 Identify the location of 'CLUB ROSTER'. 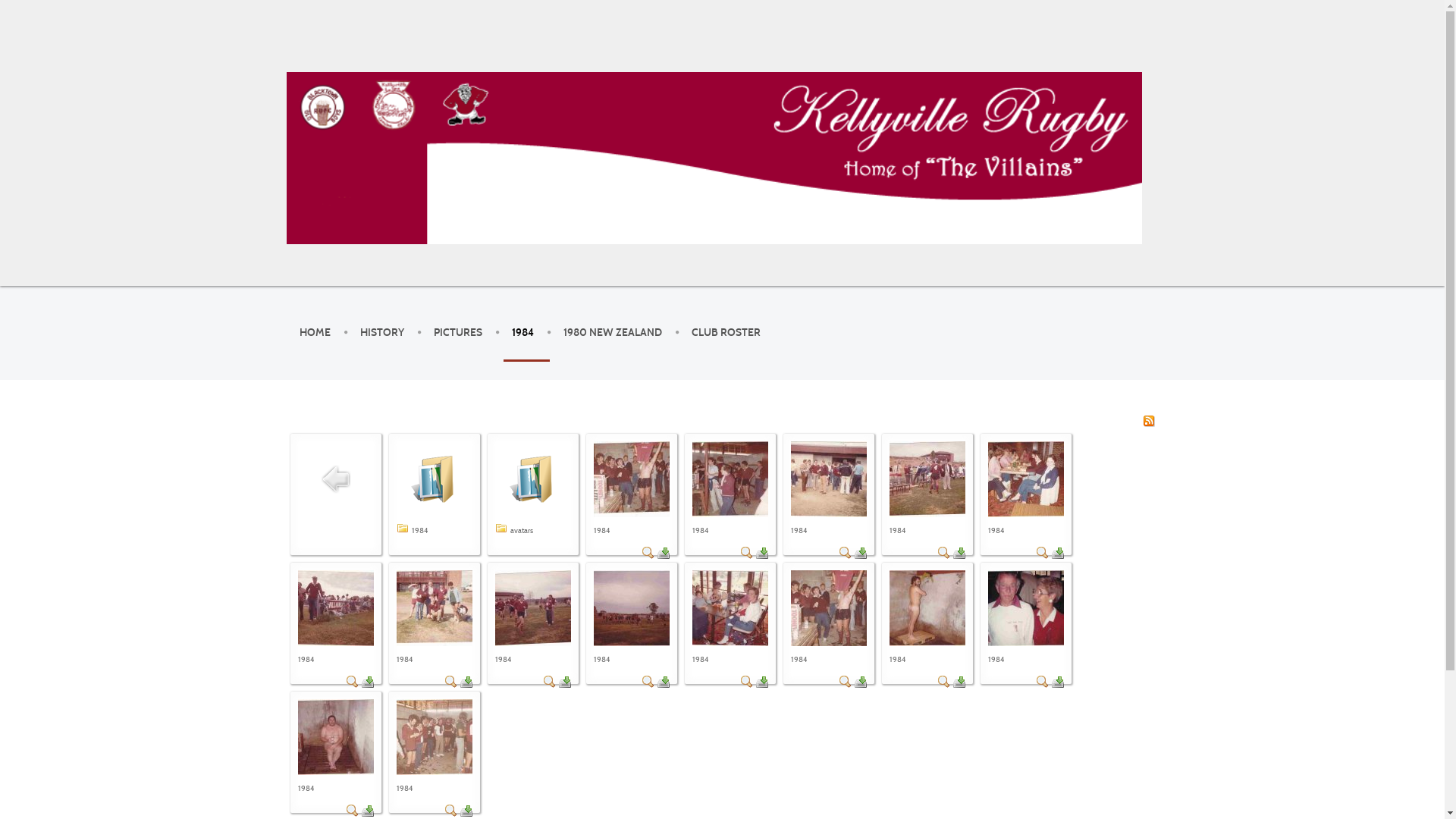
(725, 332).